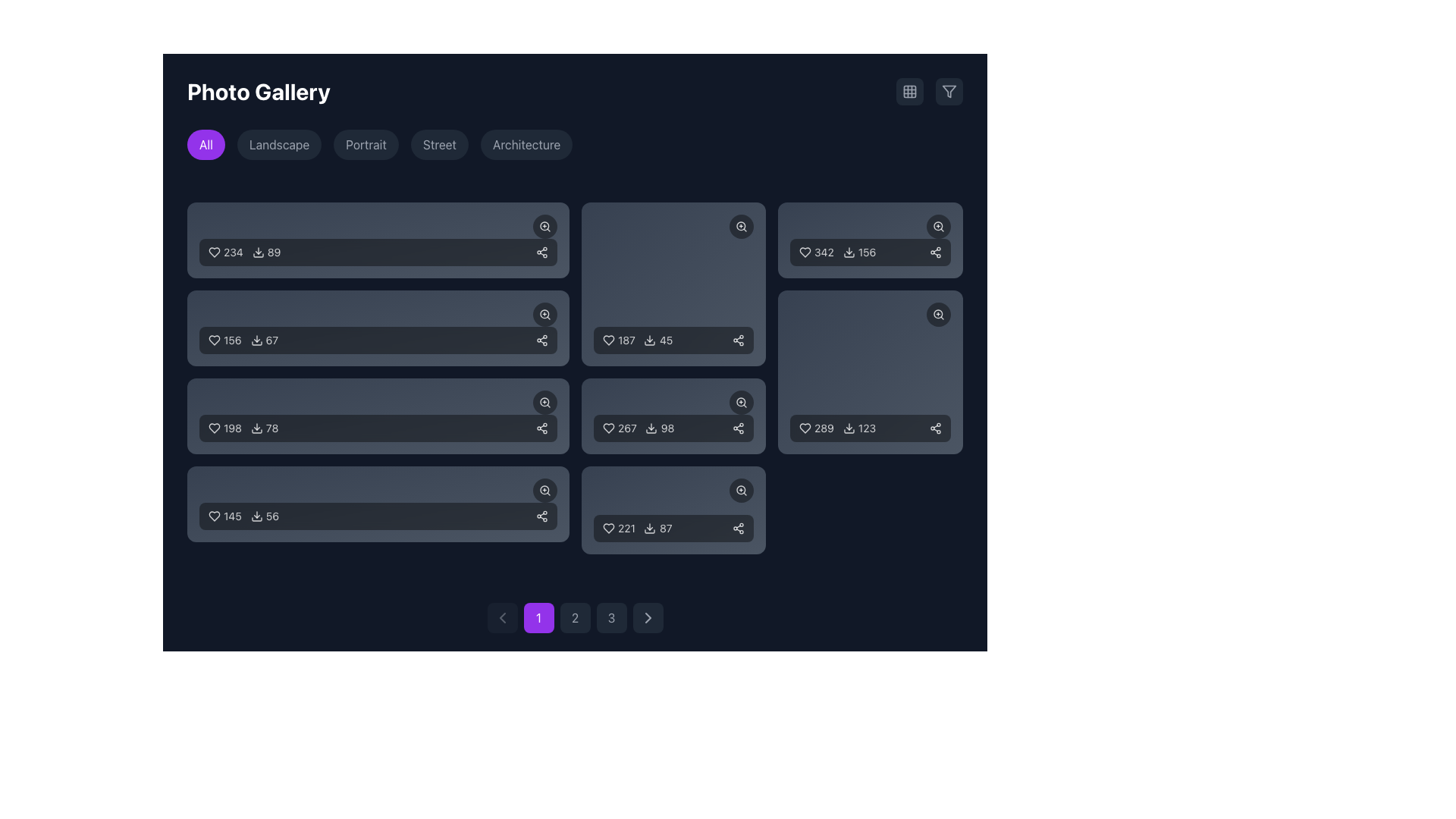 This screenshot has width=1456, height=819. What do you see at coordinates (231, 339) in the screenshot?
I see `the static text display showing '156', which is styled in a light font and located in the second card of the left column in the grid layout` at bounding box center [231, 339].